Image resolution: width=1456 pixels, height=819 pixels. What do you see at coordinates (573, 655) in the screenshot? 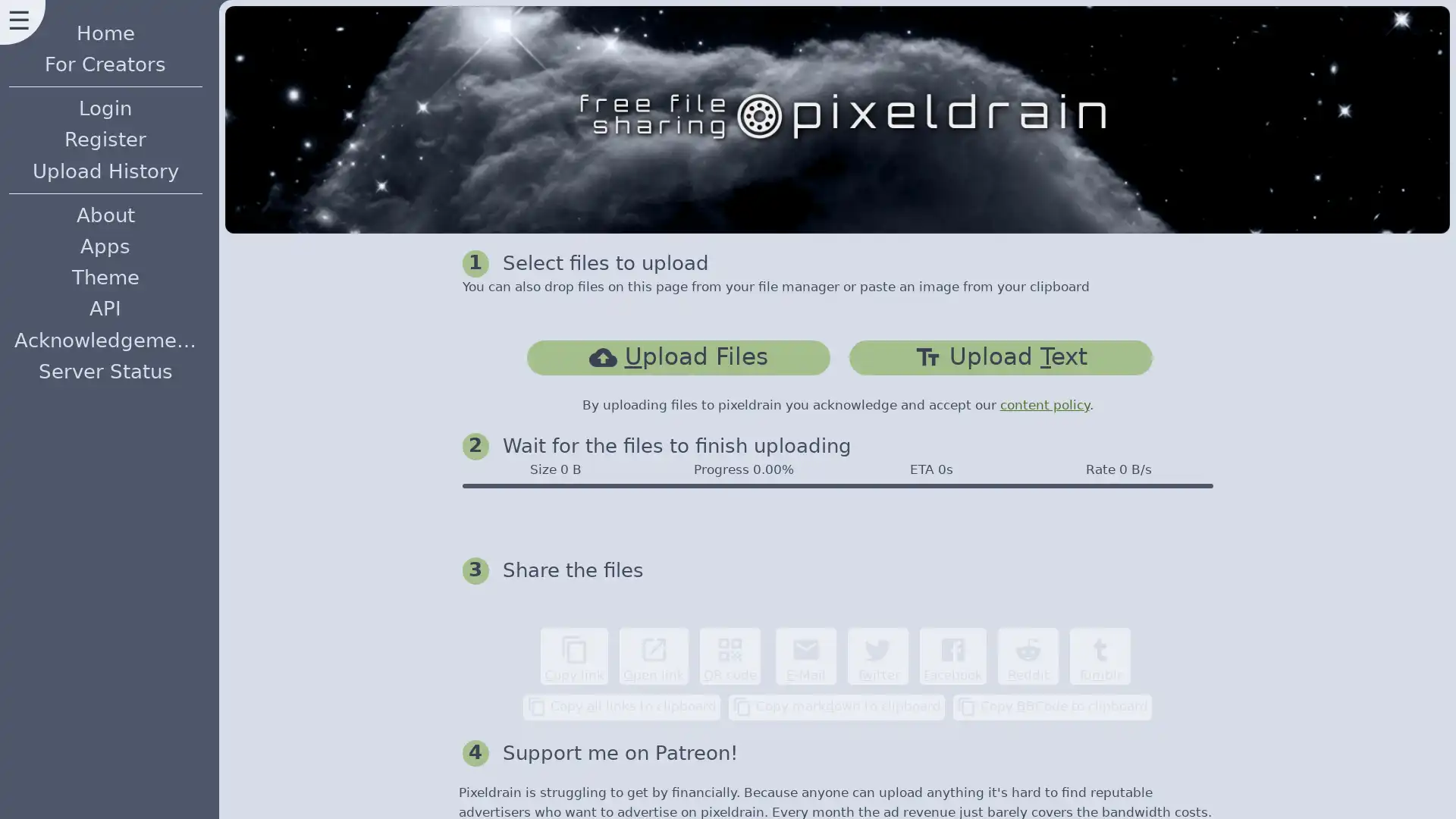
I see `content_copy Copy link` at bounding box center [573, 655].